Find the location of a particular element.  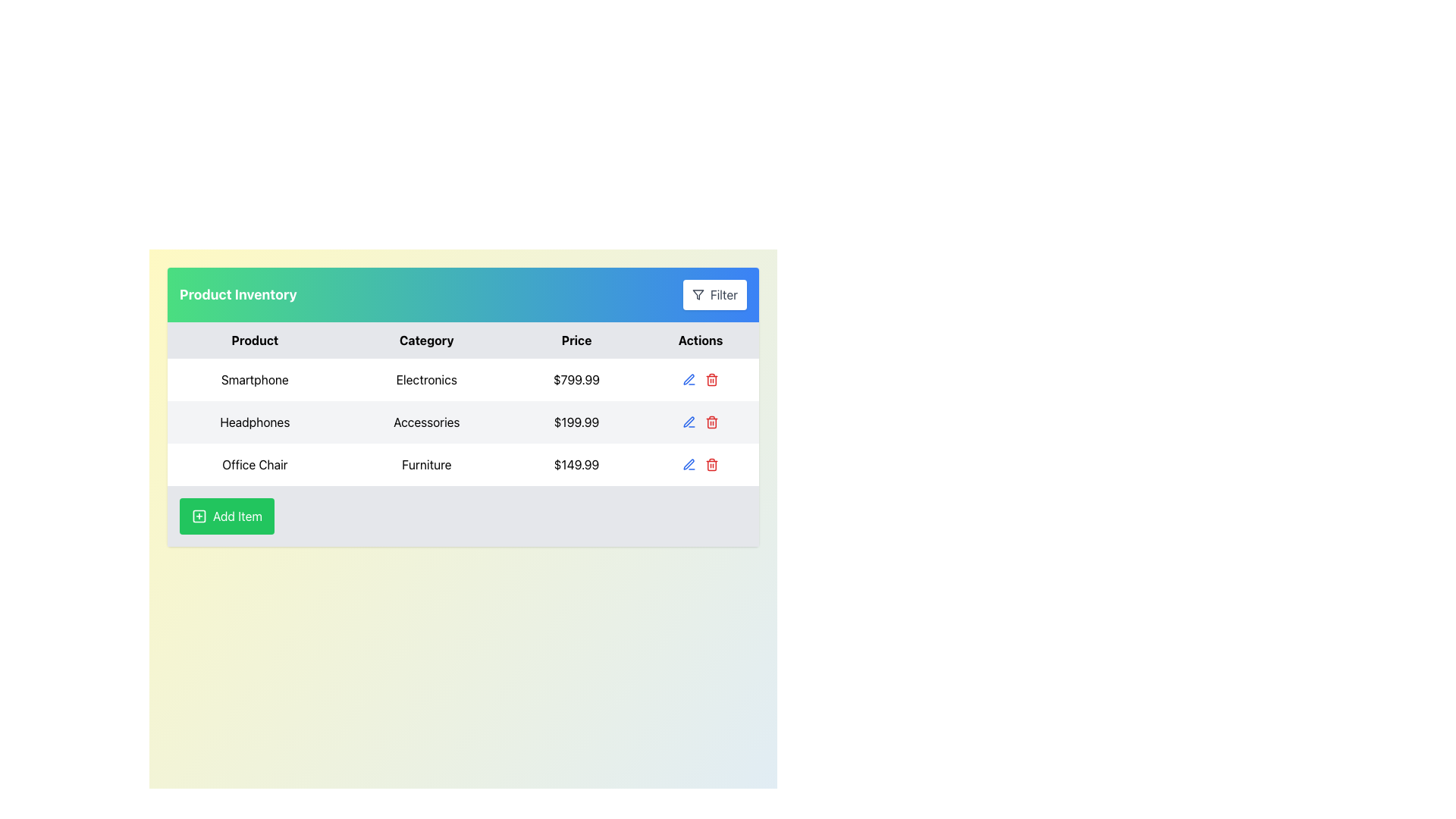

the Text Display showing the price '$799.99' located in the third cell of the first row under the 'Price' column, aligned with the 'Smartphone' product row is located at coordinates (576, 379).